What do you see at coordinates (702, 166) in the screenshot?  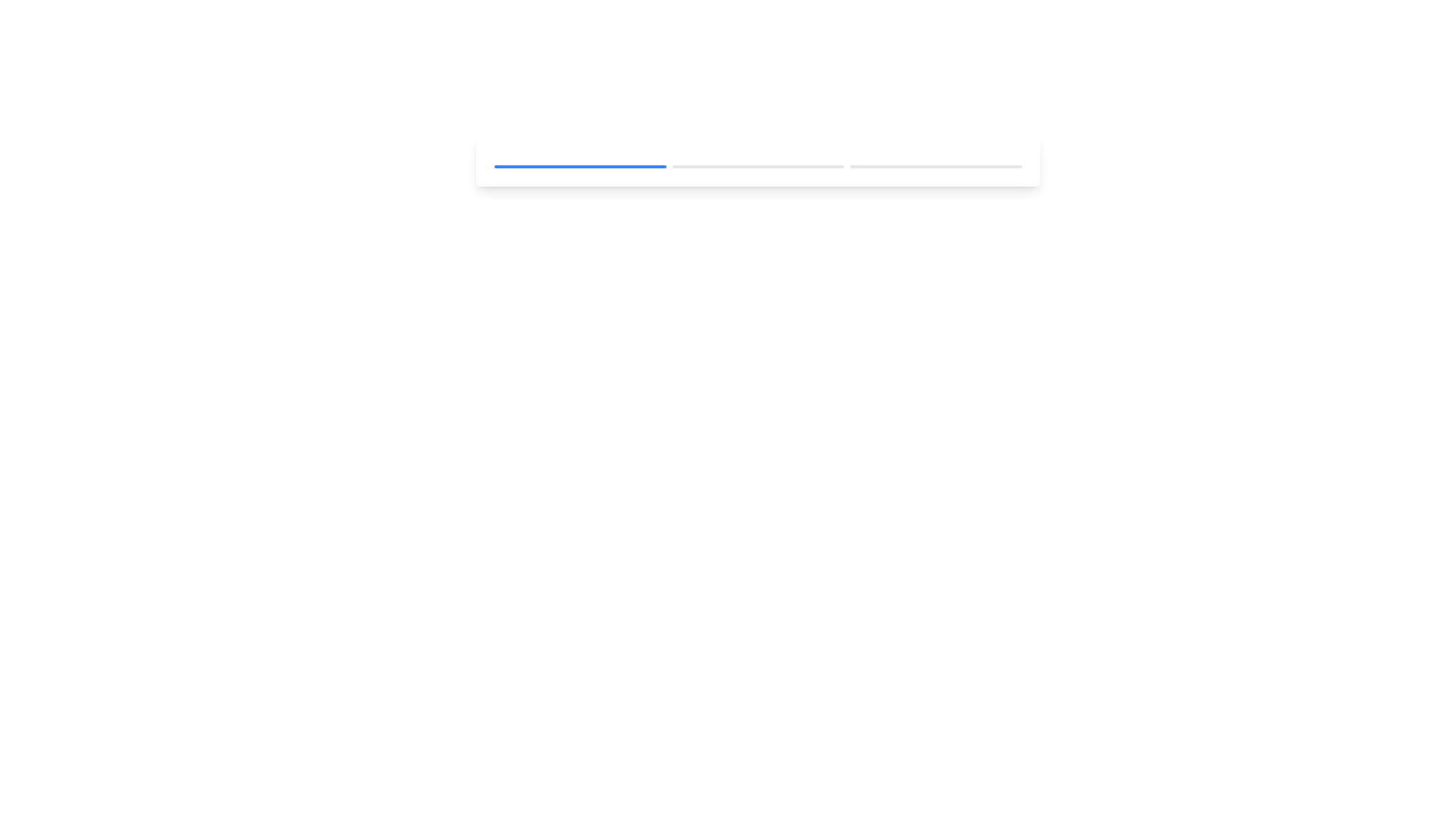 I see `the slider` at bounding box center [702, 166].